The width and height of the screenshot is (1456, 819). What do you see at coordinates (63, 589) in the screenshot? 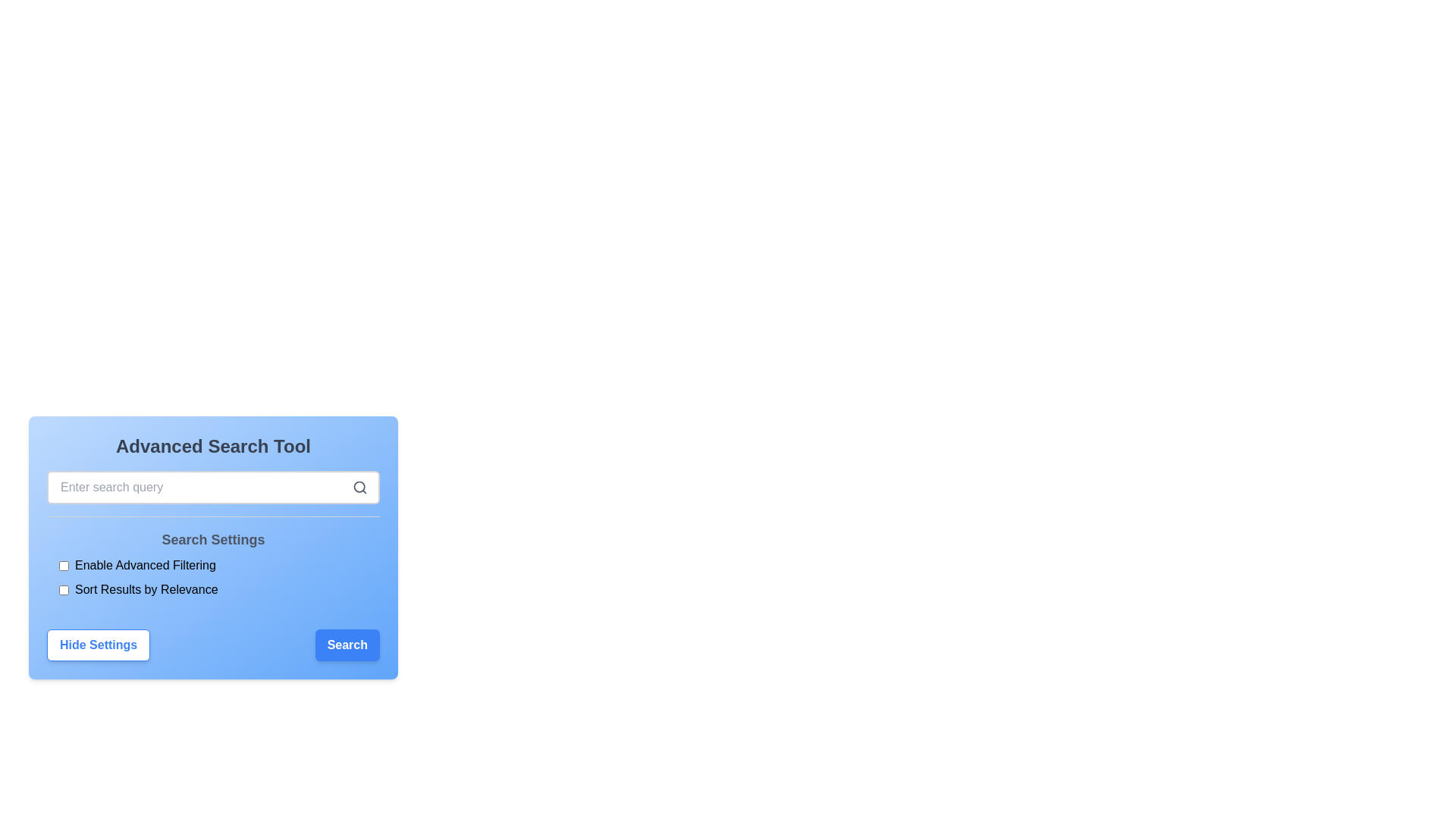
I see `the checkbox styled with a blue border and a white inner box, positioned in the 'Search Settings' section` at bounding box center [63, 589].